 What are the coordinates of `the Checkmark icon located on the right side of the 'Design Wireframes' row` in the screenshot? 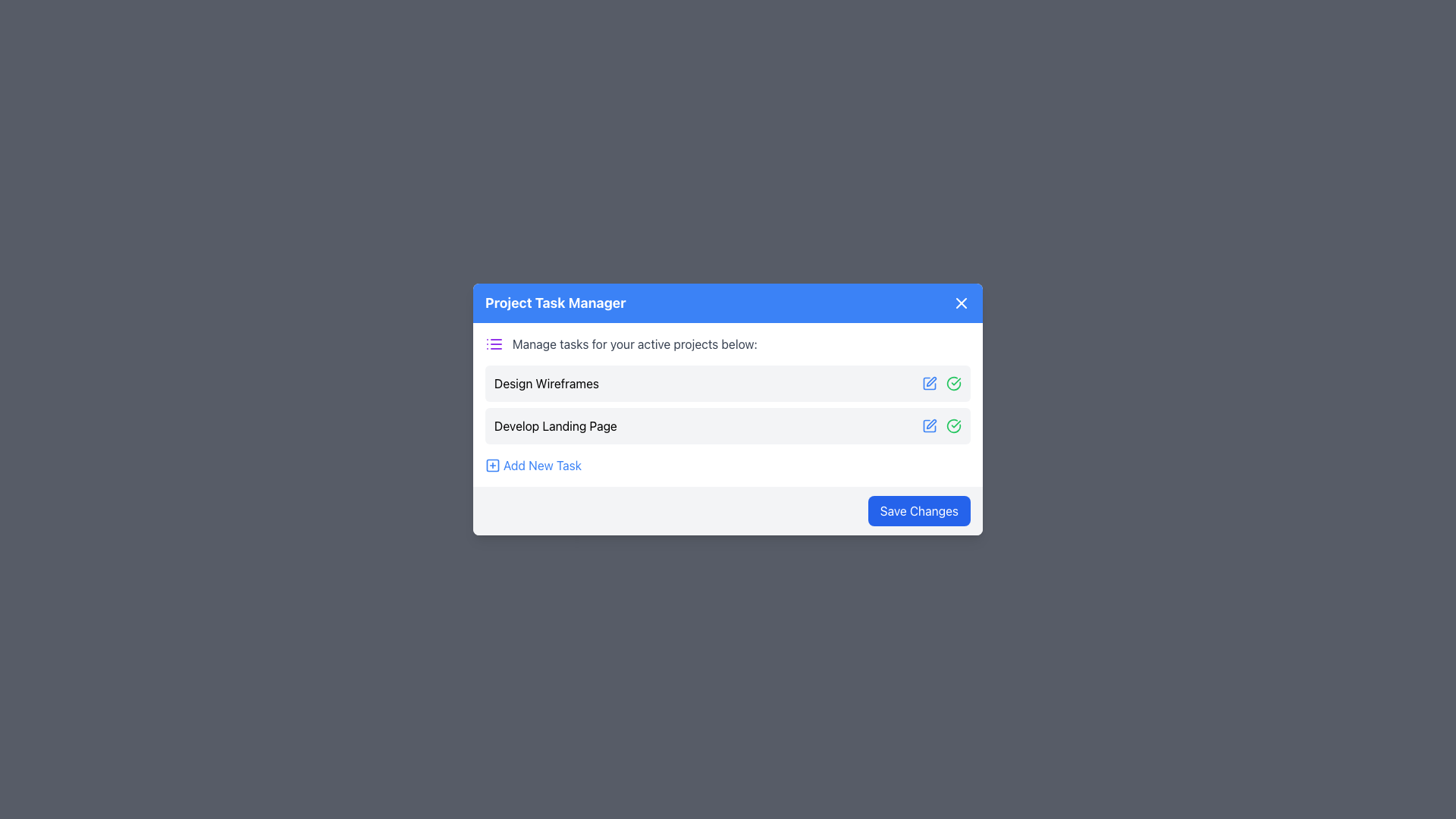 It's located at (952, 426).